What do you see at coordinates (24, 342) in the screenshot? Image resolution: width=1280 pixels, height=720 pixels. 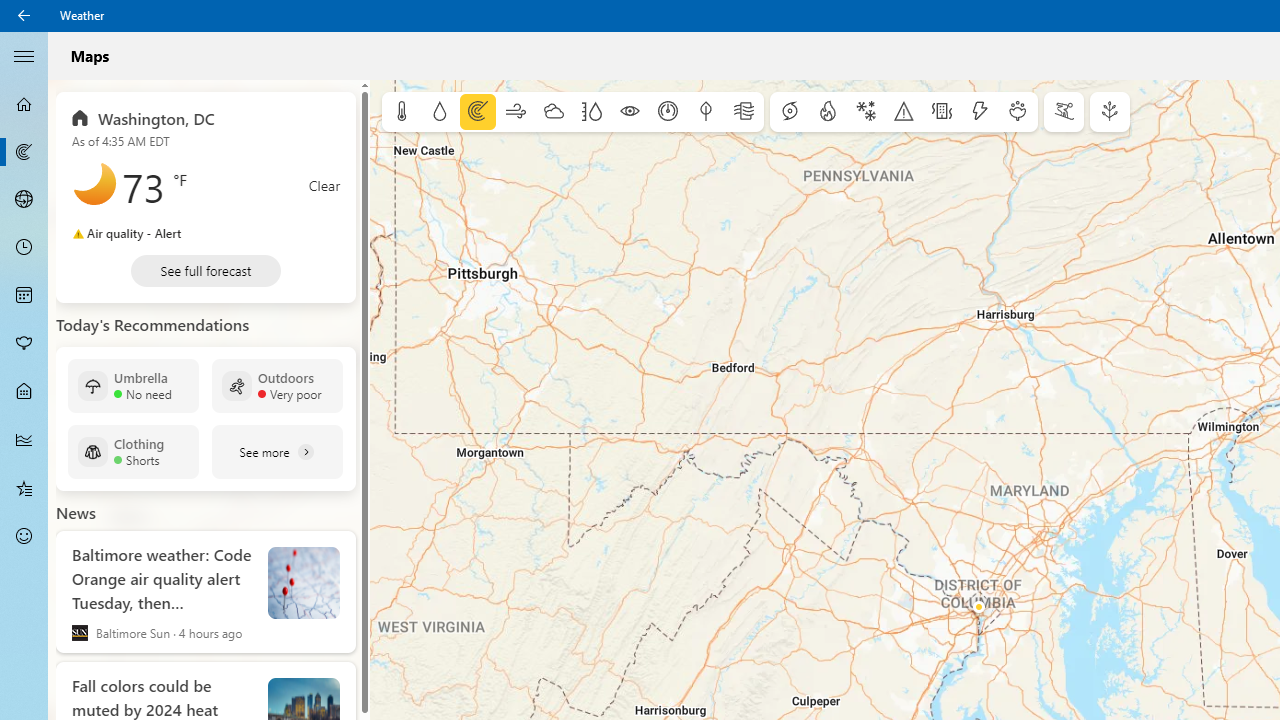 I see `'Pollen - Not Selected'` at bounding box center [24, 342].